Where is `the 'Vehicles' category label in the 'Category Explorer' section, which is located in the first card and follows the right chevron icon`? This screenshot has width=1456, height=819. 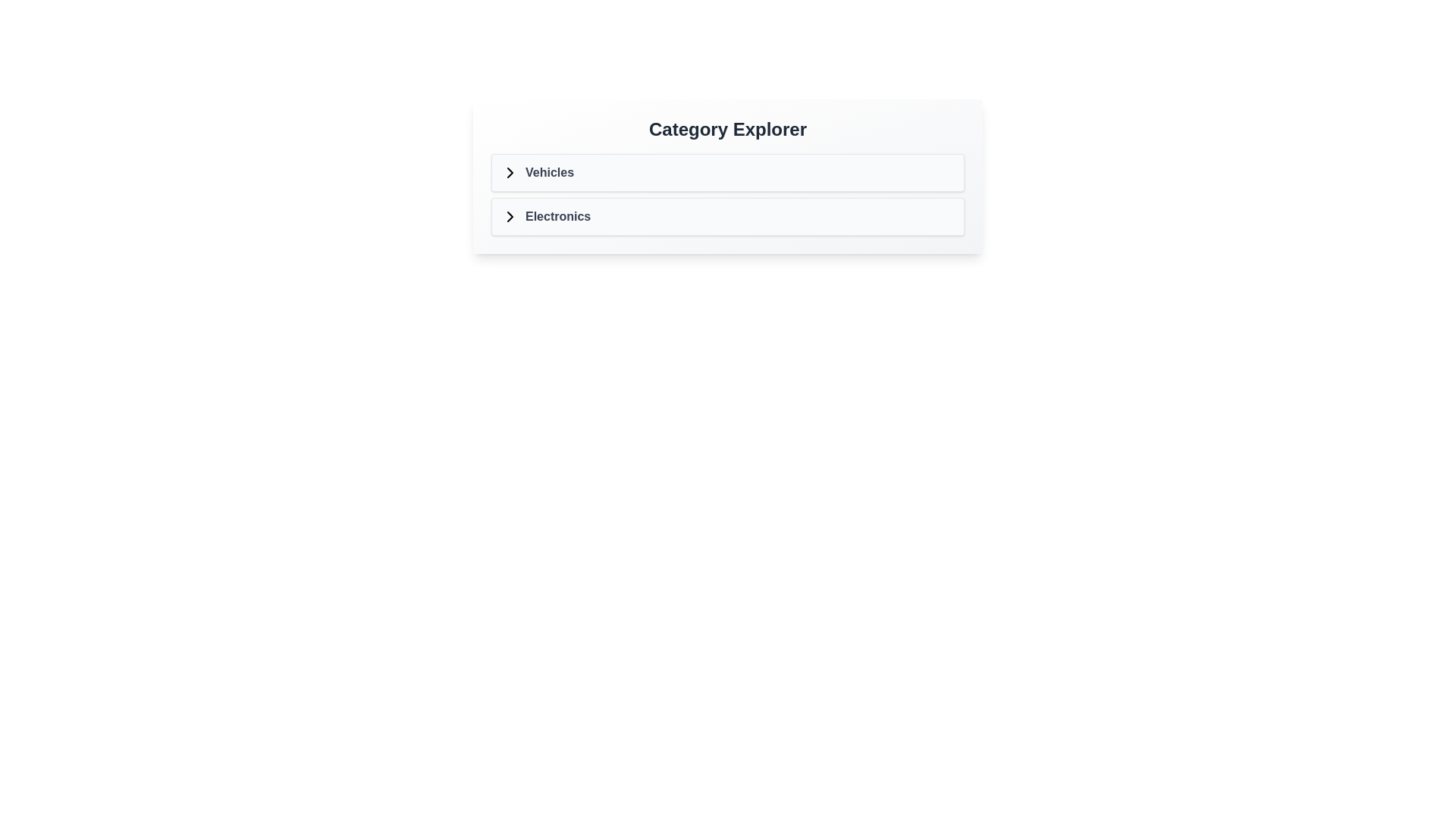 the 'Vehicles' category label in the 'Category Explorer' section, which is located in the first card and follows the right chevron icon is located at coordinates (548, 171).